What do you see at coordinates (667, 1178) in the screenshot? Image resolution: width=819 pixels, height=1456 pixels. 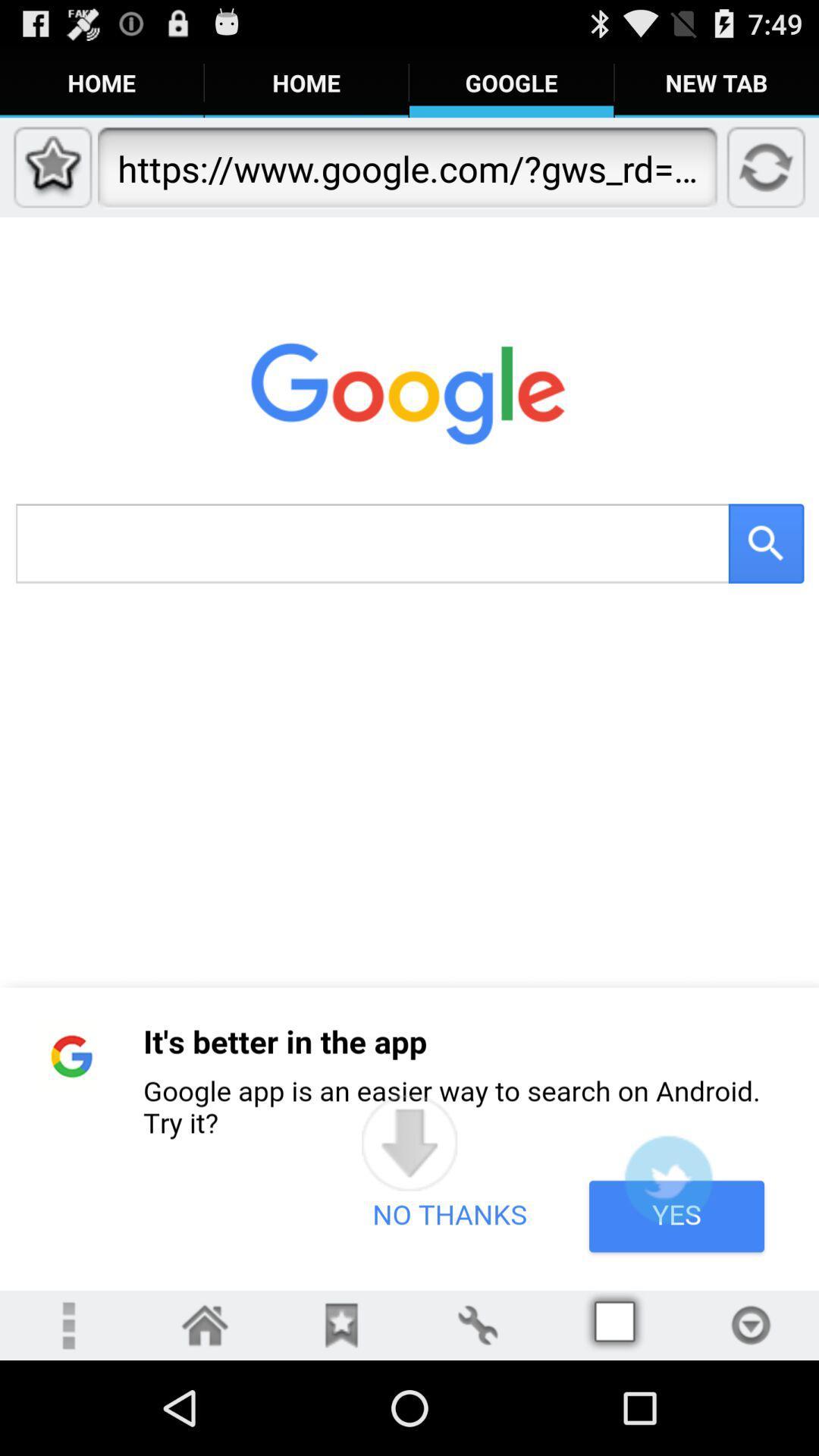 I see `try suggestion` at bounding box center [667, 1178].